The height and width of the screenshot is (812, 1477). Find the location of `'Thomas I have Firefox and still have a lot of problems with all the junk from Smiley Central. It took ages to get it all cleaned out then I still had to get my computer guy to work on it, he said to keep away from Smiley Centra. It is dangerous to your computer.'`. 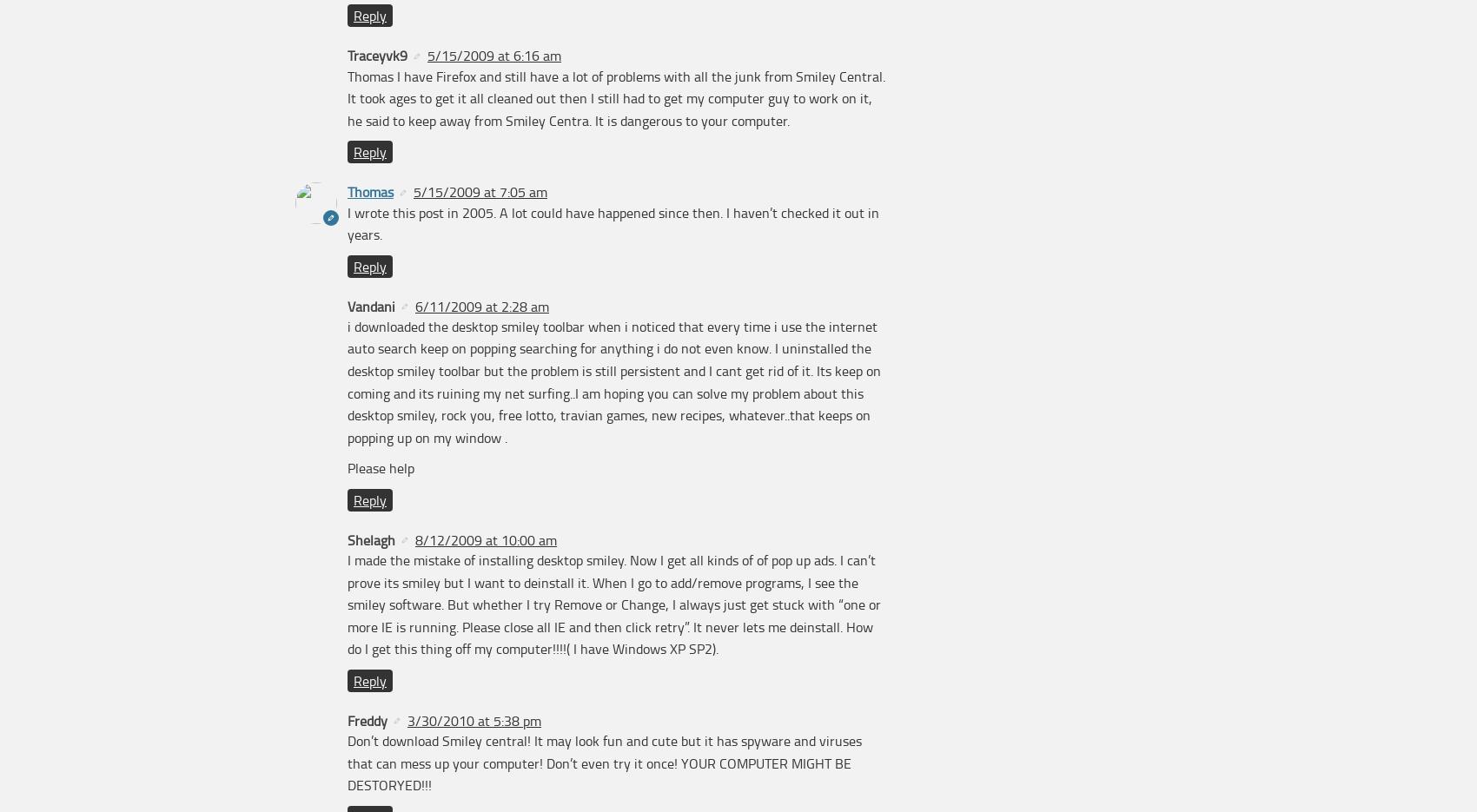

'Thomas I have Firefox and still have a lot of problems with all the junk from Smiley Central. It took ages to get it all cleaned out then I still had to get my computer guy to work on it, he said to keep away from Smiley Centra. It is dangerous to your computer.' is located at coordinates (616, 96).